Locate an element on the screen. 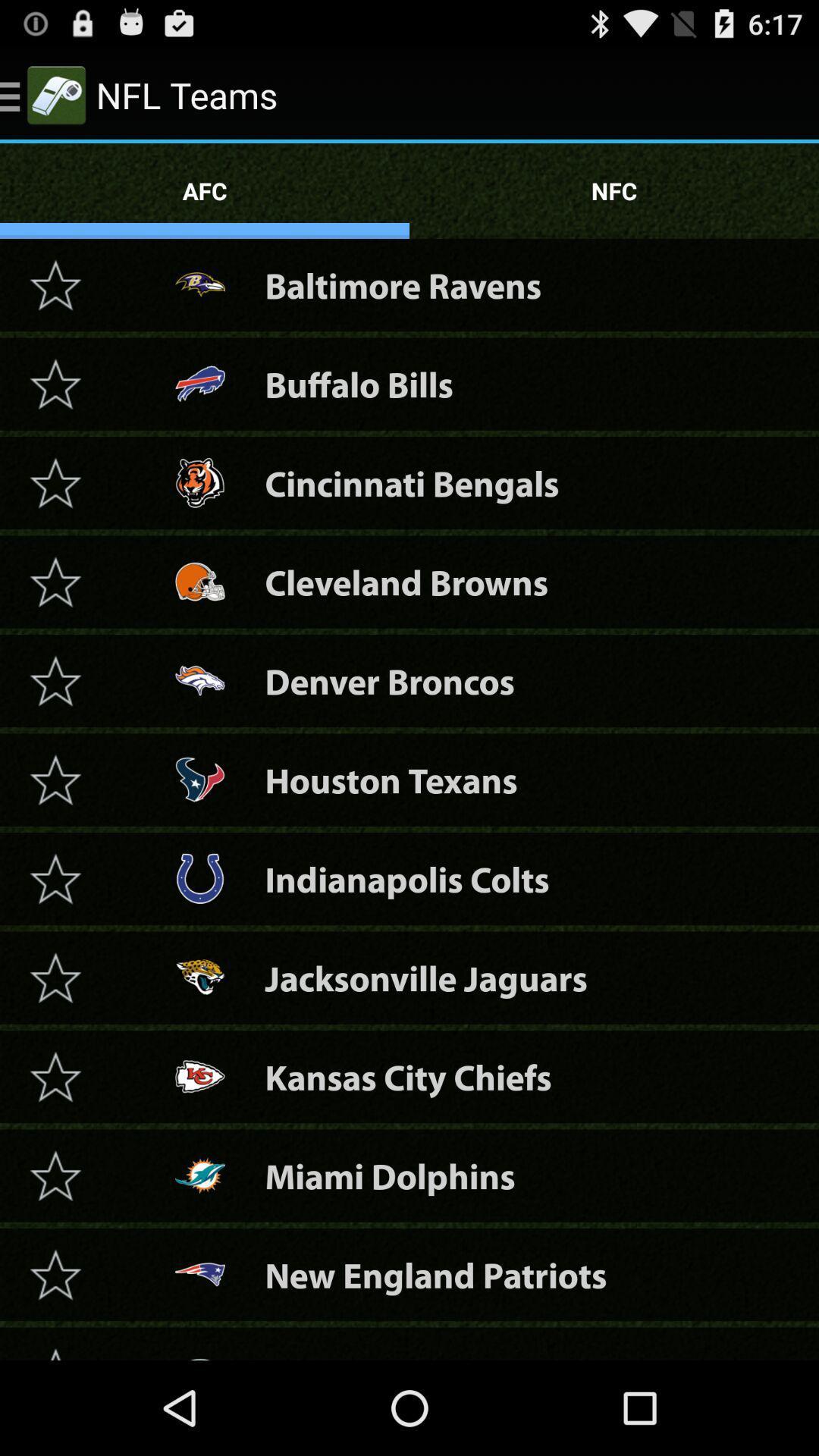  to favorits is located at coordinates (55, 1175).